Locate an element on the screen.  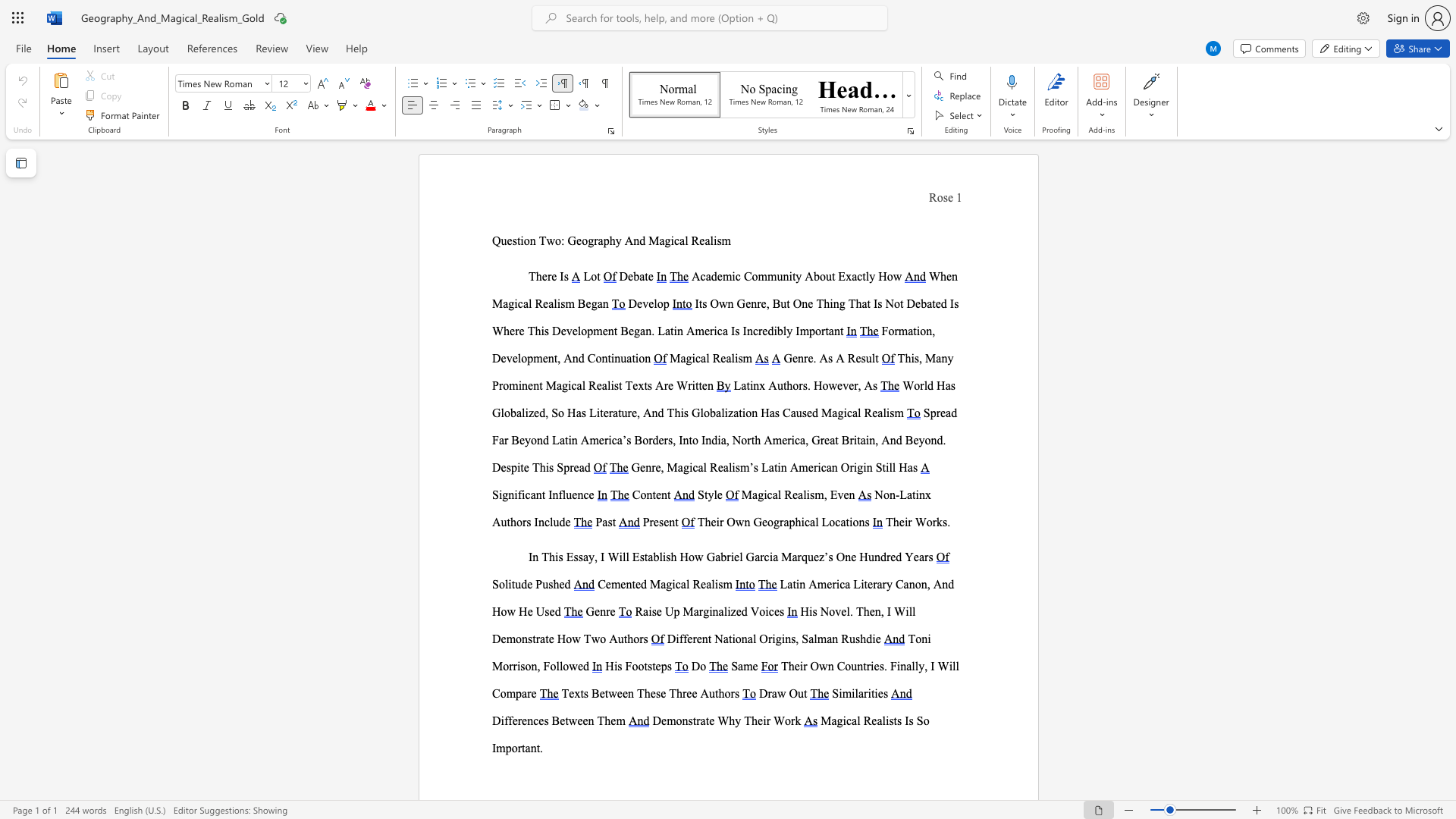
the subset text "Re" within the text "Cemented Magical Realism" is located at coordinates (692, 583).